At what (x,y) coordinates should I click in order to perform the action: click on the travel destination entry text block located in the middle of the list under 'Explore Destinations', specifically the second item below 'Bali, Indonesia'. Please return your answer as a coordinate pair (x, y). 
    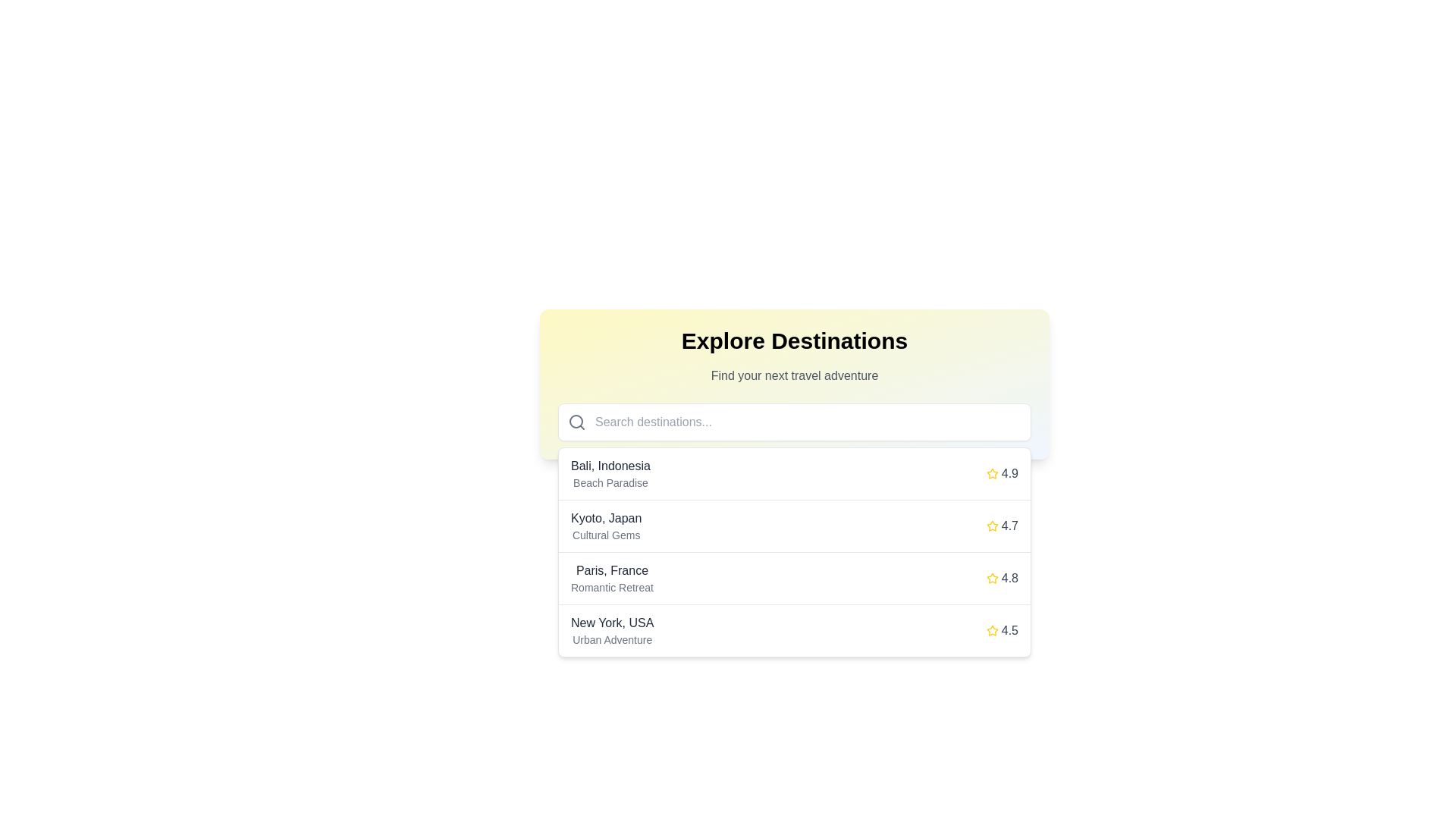
    Looking at the image, I should click on (605, 526).